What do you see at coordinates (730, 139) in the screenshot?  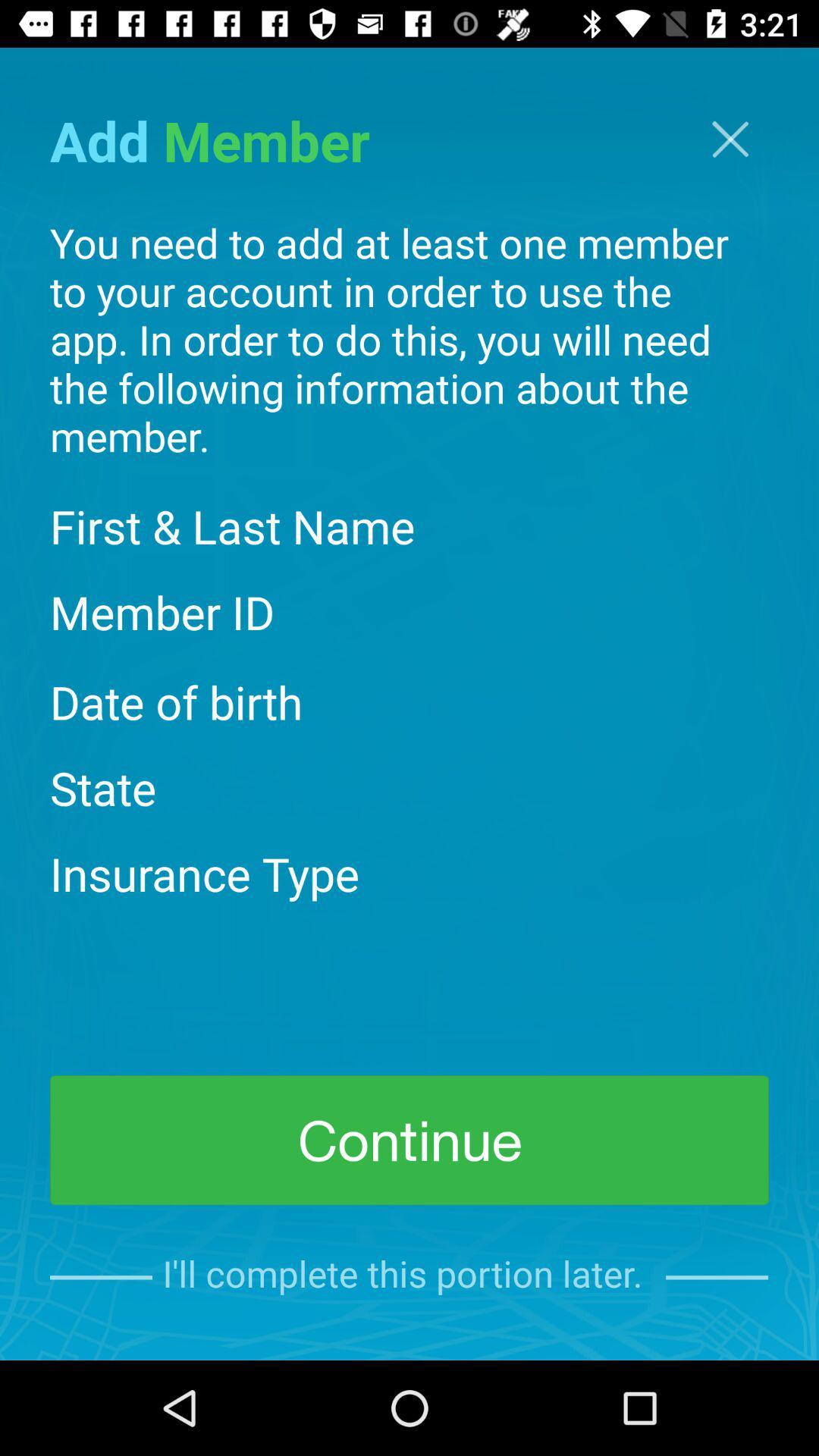 I see `the item at the top right corner` at bounding box center [730, 139].